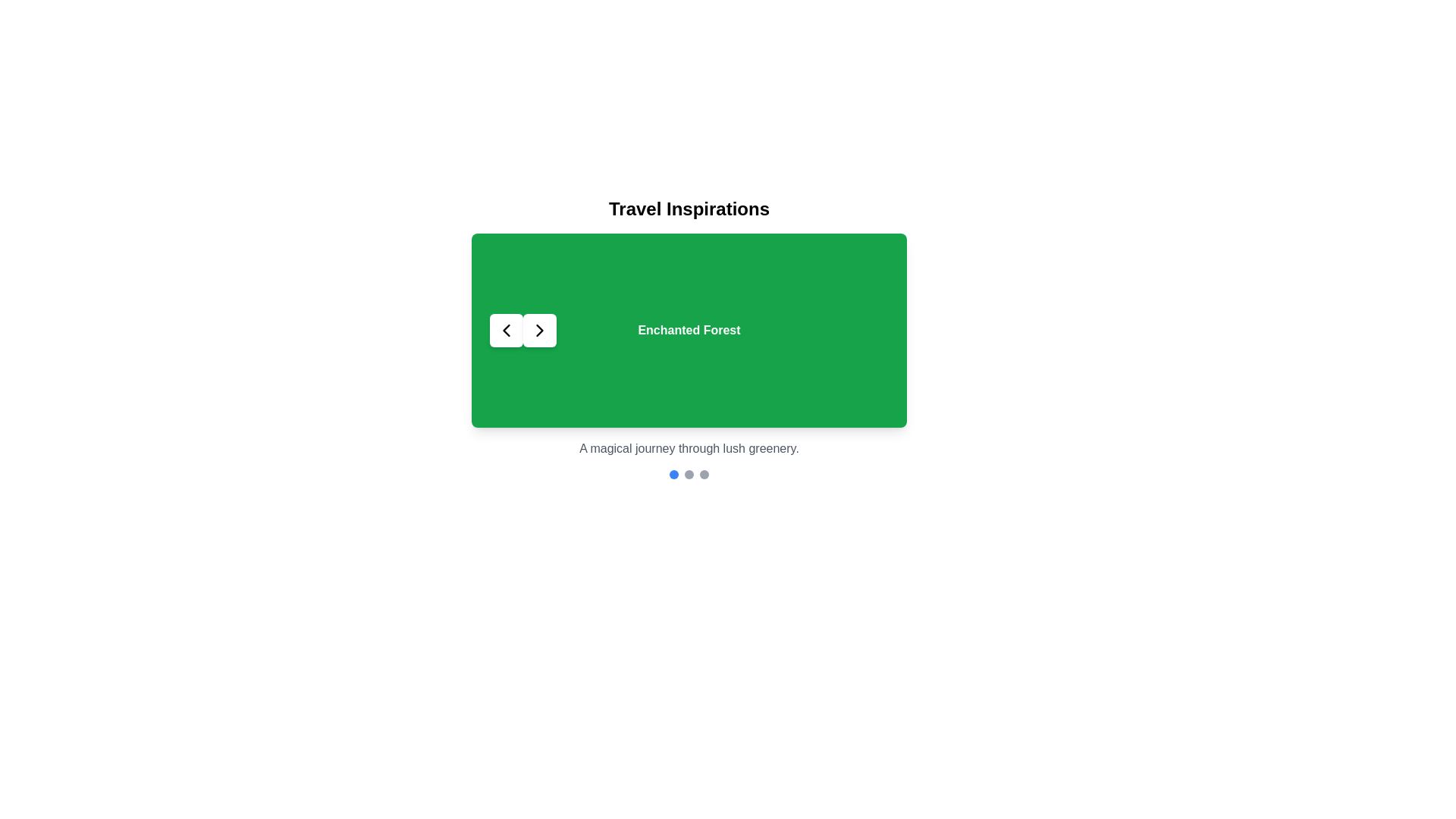  Describe the element at coordinates (673, 473) in the screenshot. I see `the first blue progress indicator dot at the bottom-center of the carousel to change the slide` at that location.